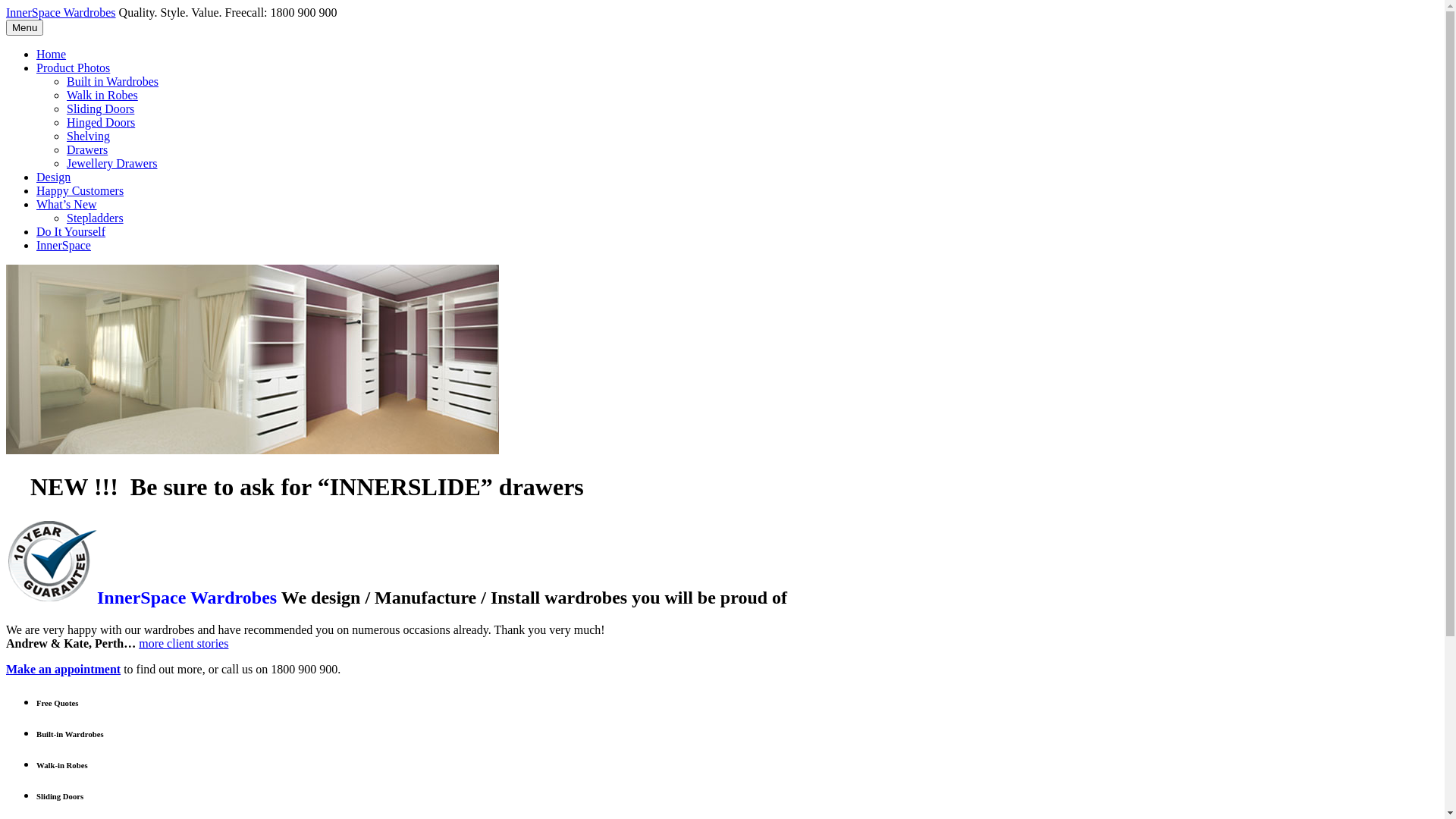 This screenshot has height=819, width=1456. What do you see at coordinates (99, 108) in the screenshot?
I see `'Sliding Doors'` at bounding box center [99, 108].